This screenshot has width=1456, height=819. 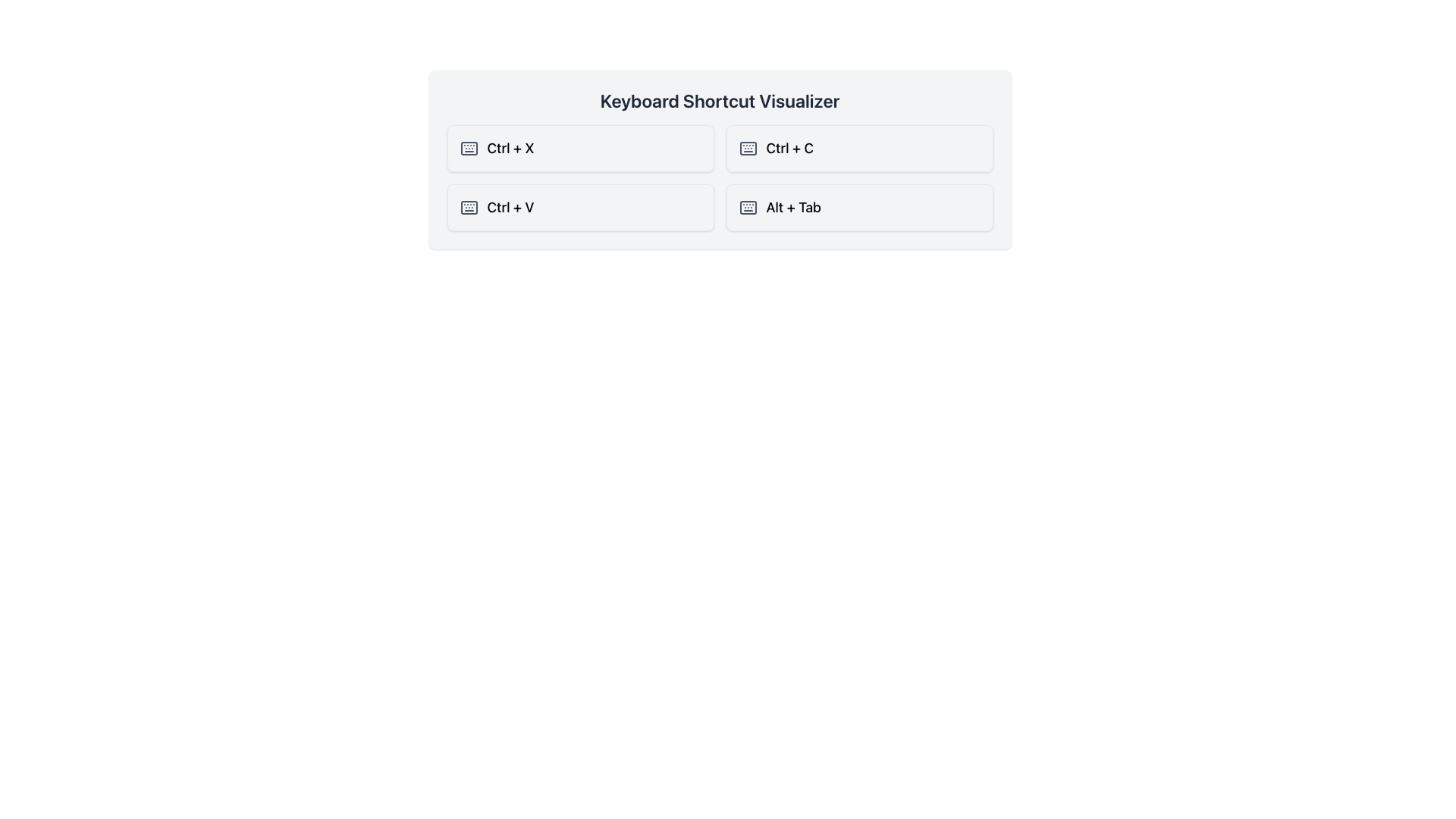 What do you see at coordinates (510, 207) in the screenshot?
I see `the Text label indicating the keyboard shortcut 'Ctrl + V' located in the bottom-left box of the grid, beneath the 'Ctrl + X' box` at bounding box center [510, 207].